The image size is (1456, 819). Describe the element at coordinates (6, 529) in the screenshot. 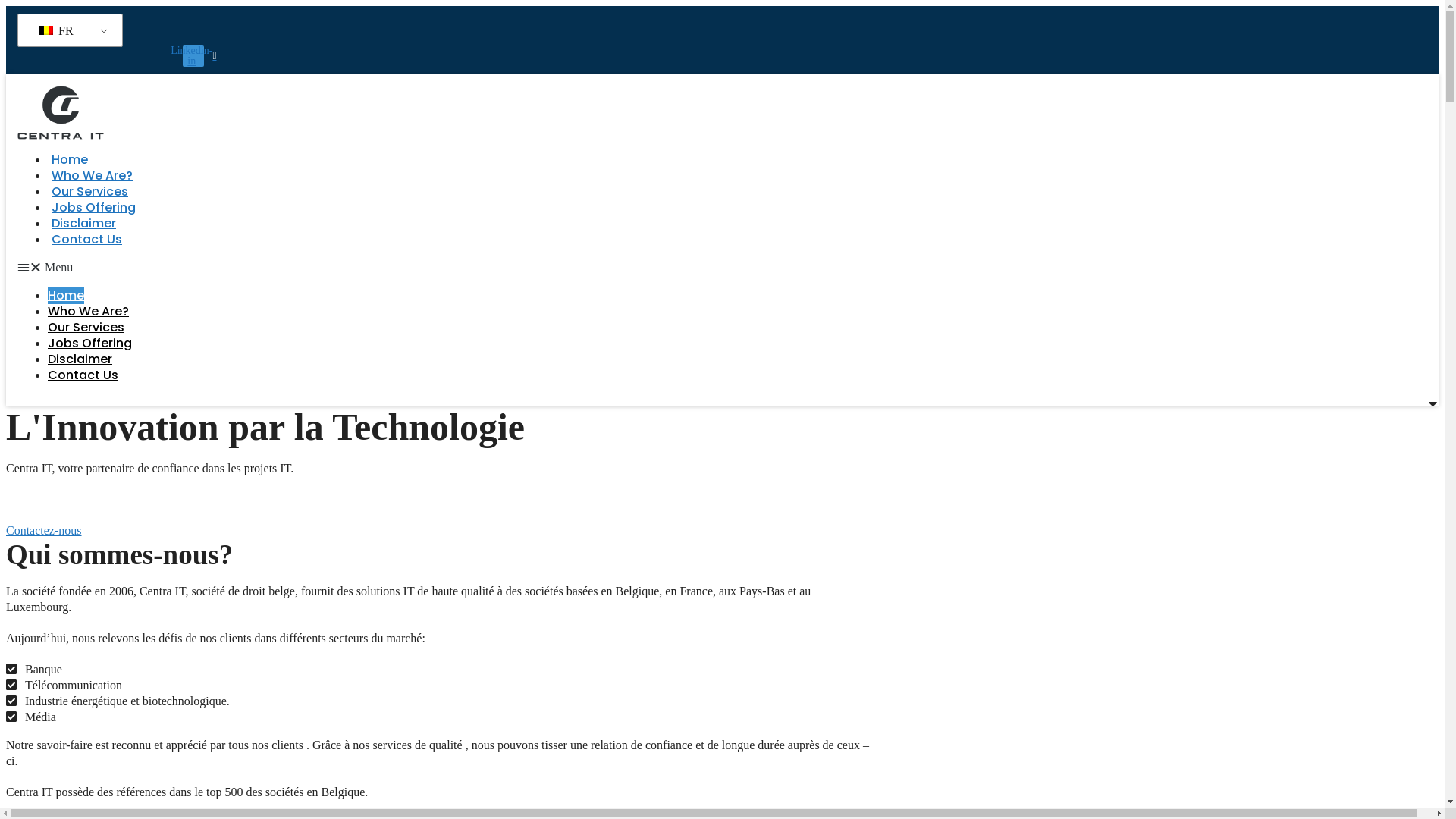

I see `'Contactez-nous'` at that location.